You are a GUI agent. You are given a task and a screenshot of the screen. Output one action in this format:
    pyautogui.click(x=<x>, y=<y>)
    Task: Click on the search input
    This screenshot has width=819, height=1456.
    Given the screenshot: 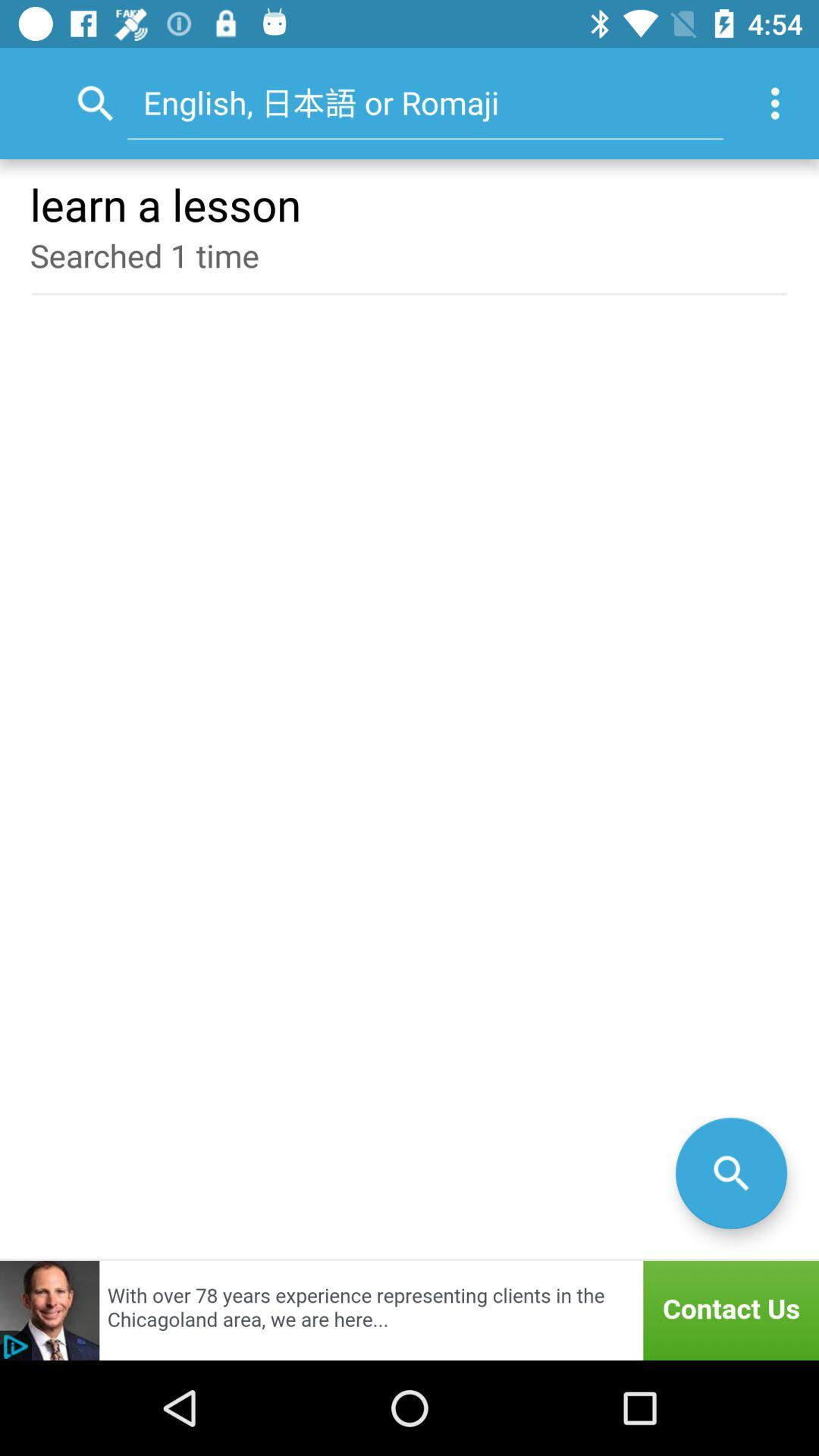 What is the action you would take?
    pyautogui.click(x=730, y=1172)
    